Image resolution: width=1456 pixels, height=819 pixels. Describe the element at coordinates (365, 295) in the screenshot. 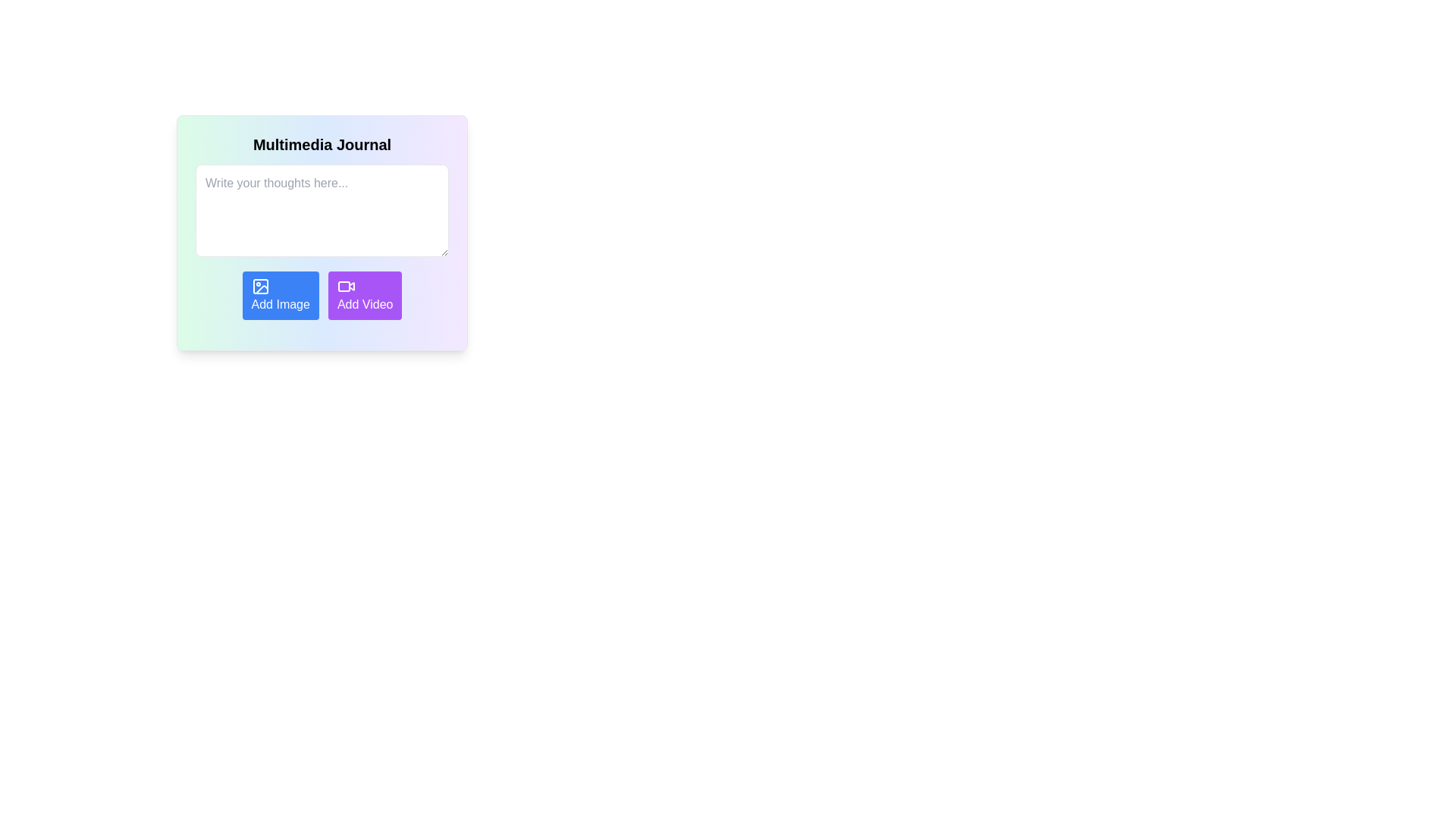

I see `the 'Add Video' button which has a purple background, white text, and a video camera icon, located below the text input field labeled 'Write your thoughts here...'` at that location.